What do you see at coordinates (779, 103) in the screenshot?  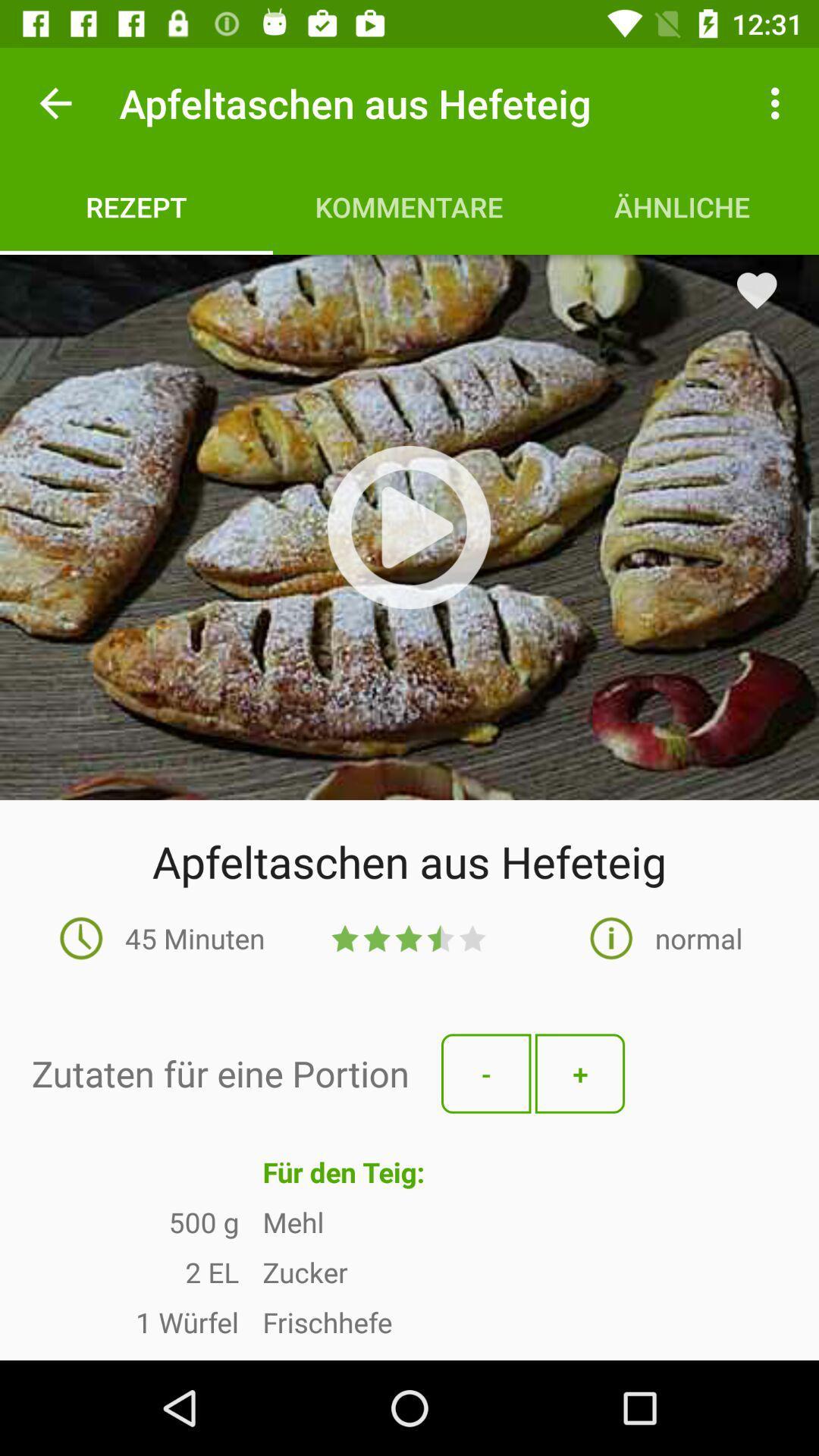 I see `menu button at top right` at bounding box center [779, 103].